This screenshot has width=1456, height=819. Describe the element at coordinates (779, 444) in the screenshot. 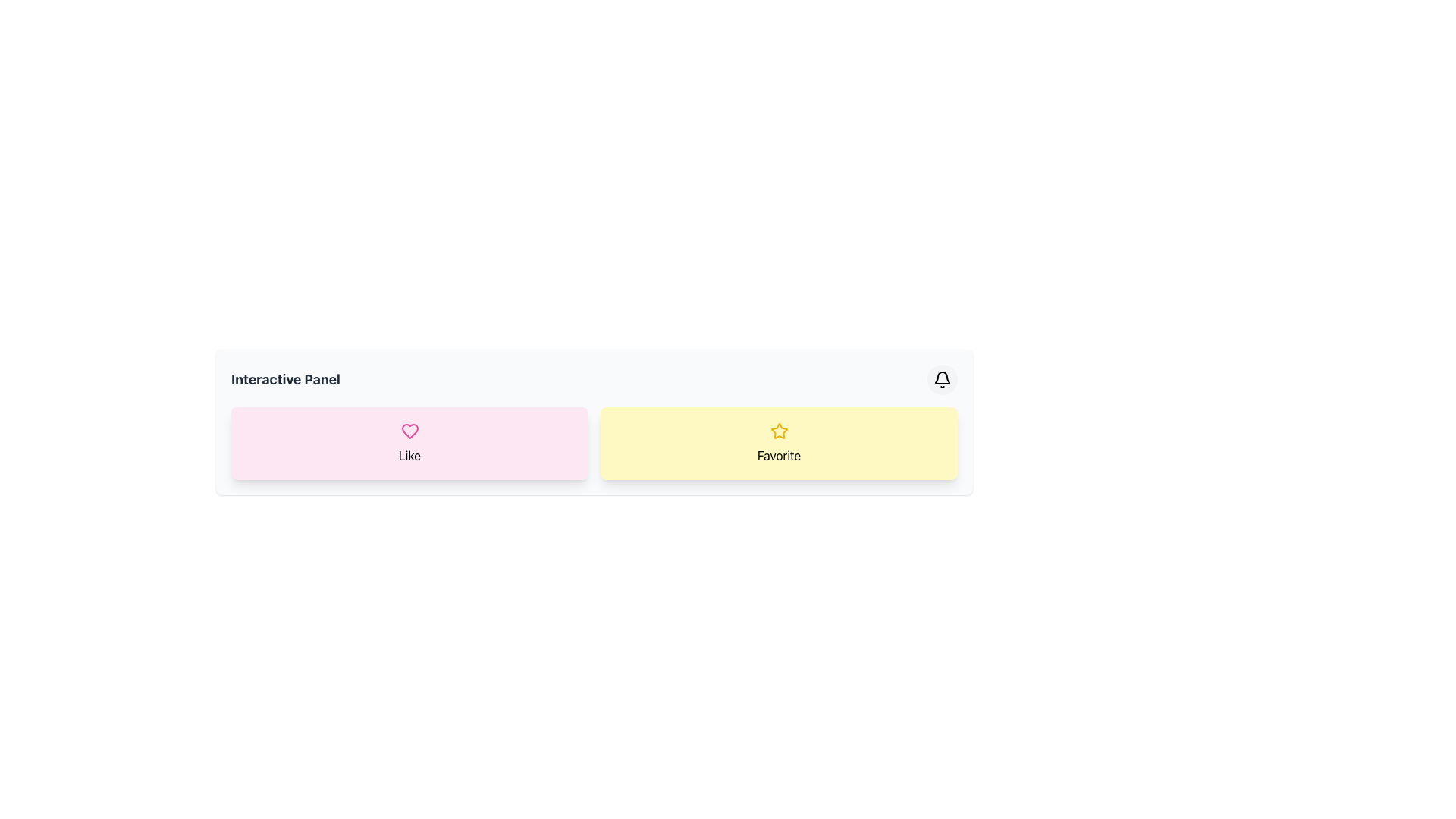

I see `the 'Favorite' button, which is the second button in a horizontally arranged pair located on the right side of the 'Like' button, to mark an item as a favorite` at that location.